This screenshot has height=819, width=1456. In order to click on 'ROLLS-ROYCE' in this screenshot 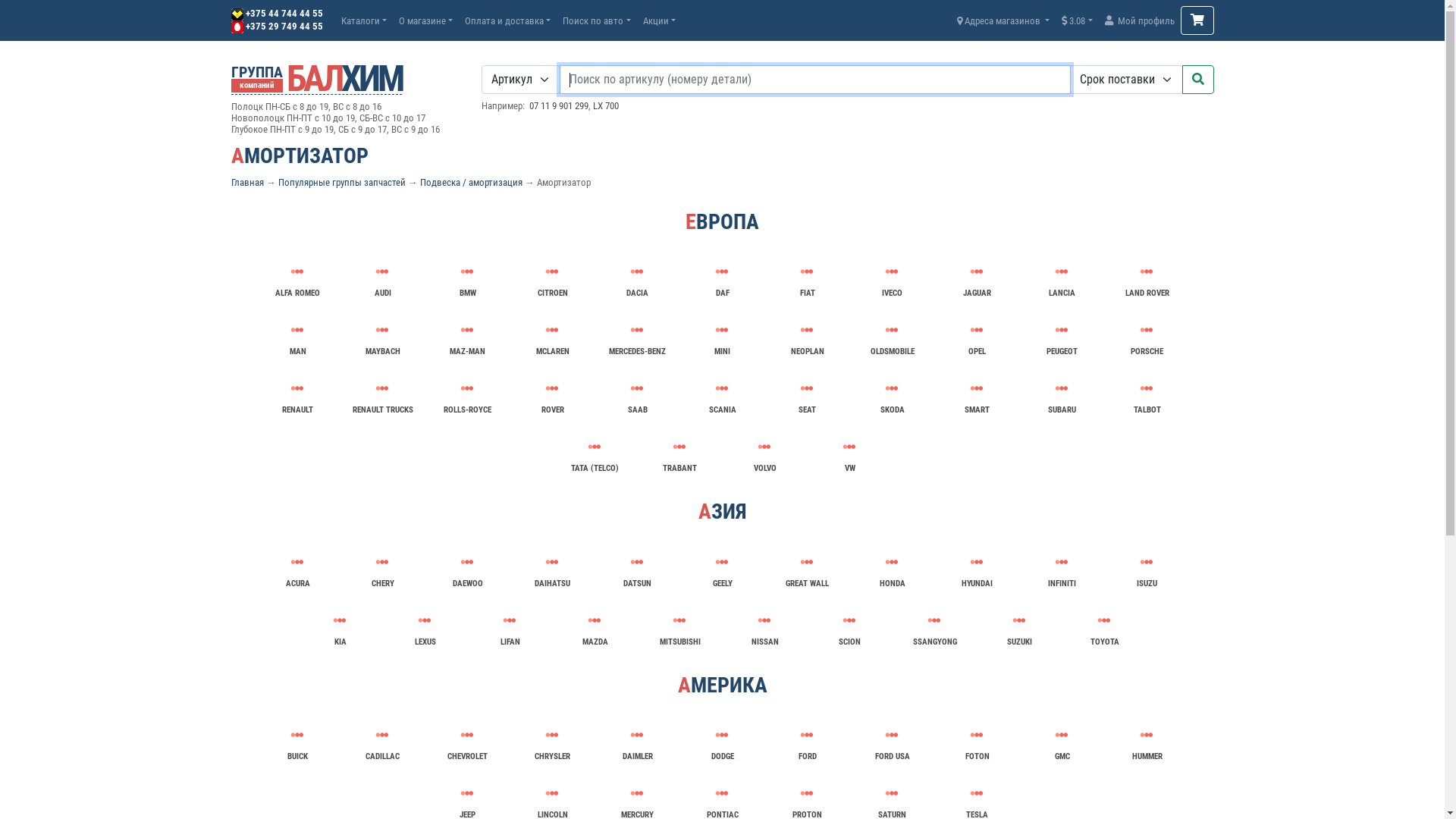, I will do `click(466, 393)`.